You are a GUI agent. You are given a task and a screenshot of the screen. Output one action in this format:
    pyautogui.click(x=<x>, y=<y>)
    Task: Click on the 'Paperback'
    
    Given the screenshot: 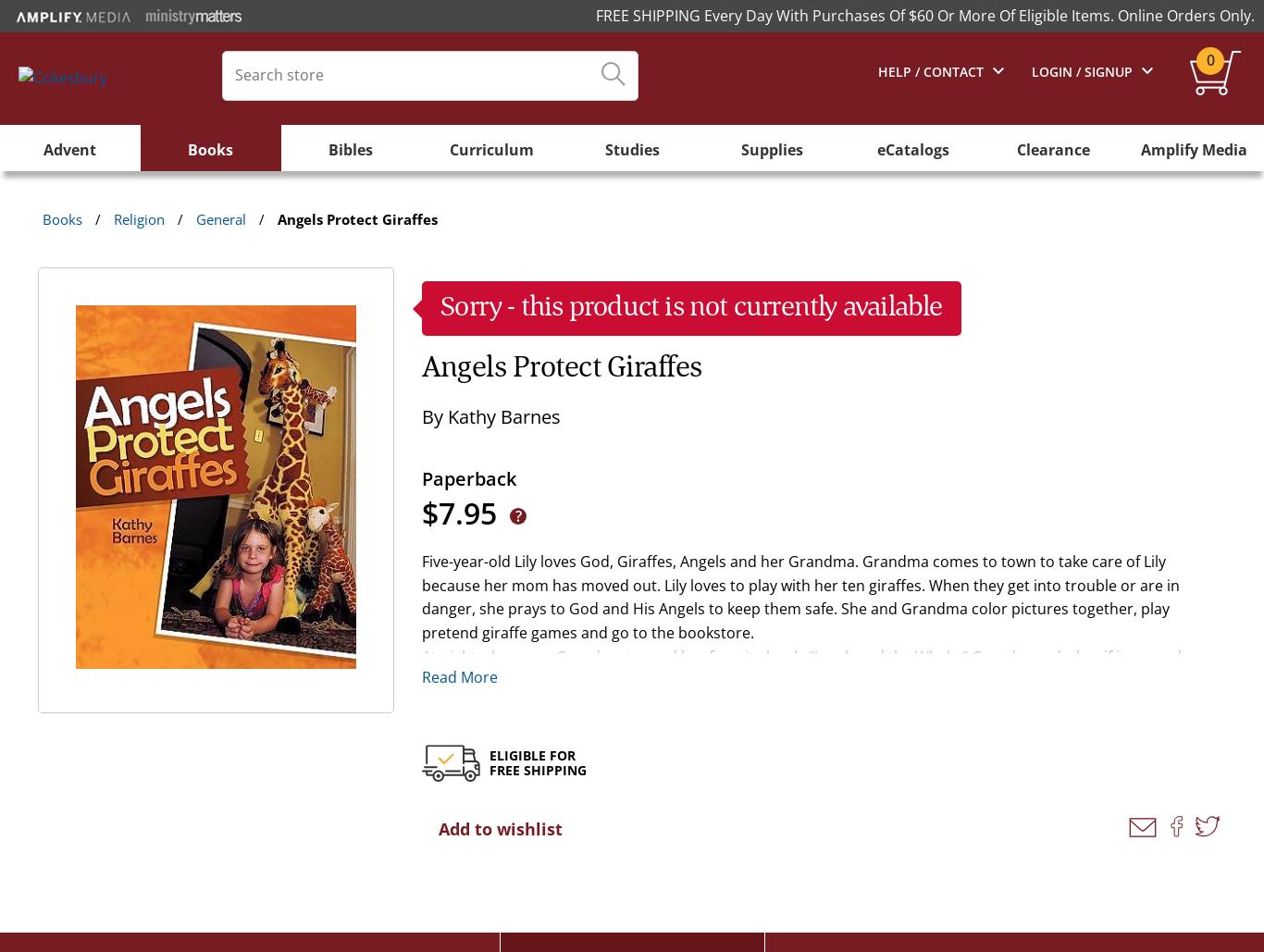 What is the action you would take?
    pyautogui.click(x=469, y=476)
    